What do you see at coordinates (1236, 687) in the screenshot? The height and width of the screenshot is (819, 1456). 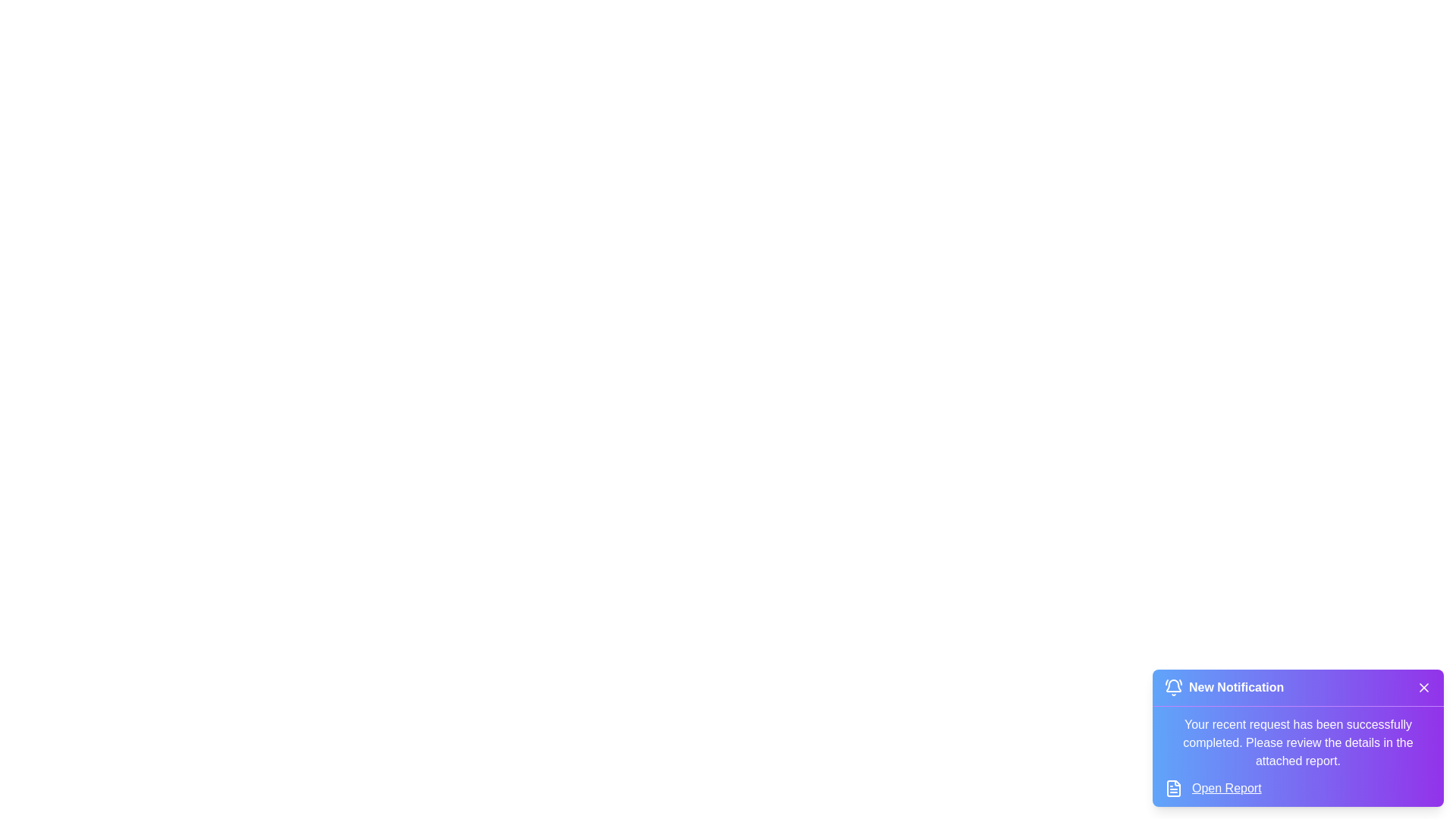 I see `the 'New Notification' text label, which is styled in bold typography and located in the top-right corner of a notification pop-up, next to a bell icon` at bounding box center [1236, 687].